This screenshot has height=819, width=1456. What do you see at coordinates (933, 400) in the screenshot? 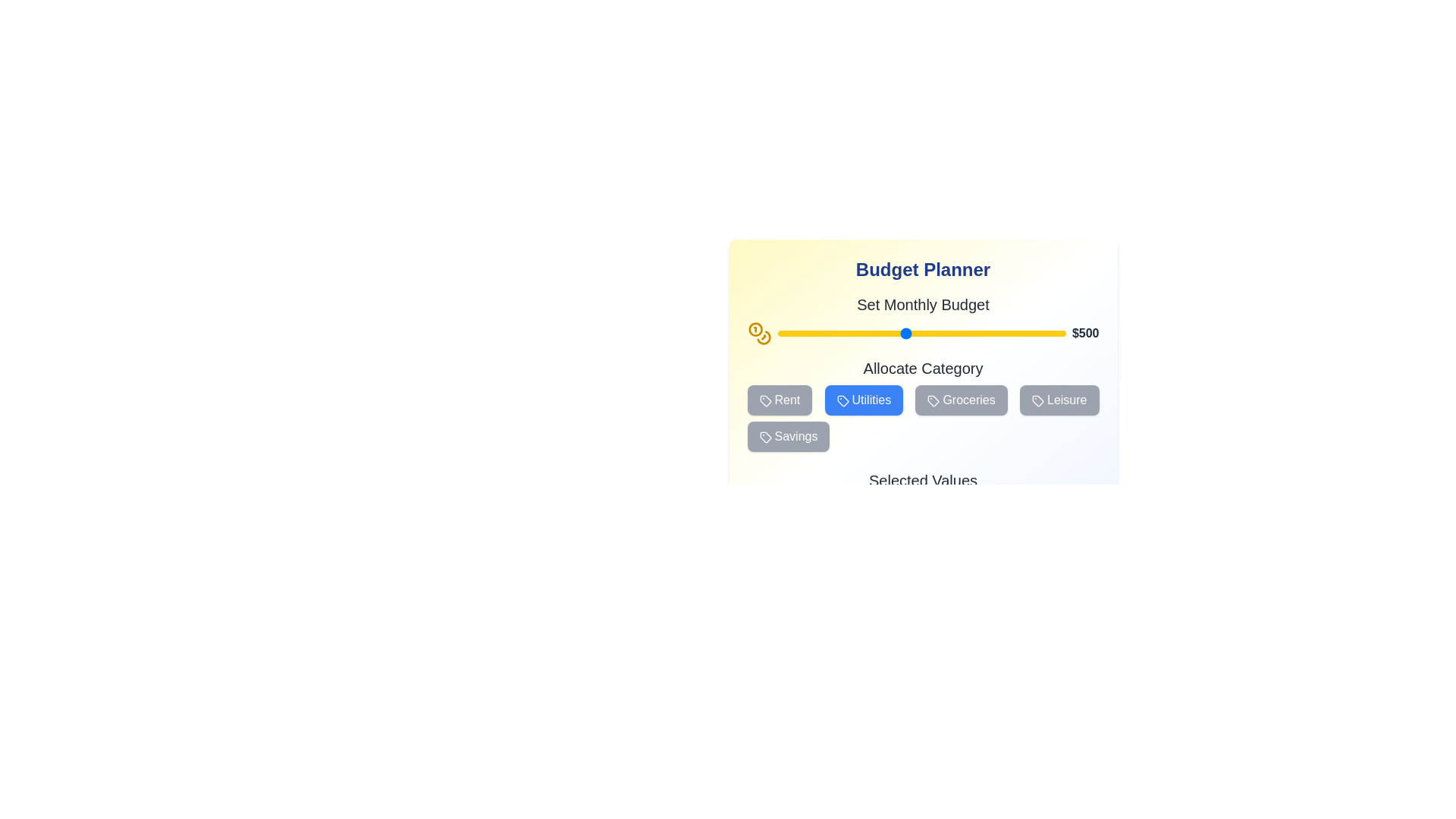
I see `the decorative icon representing the 'Groceries' category within the button labeled 'Groceries', which is part of the 'Allocate Category' group` at bounding box center [933, 400].